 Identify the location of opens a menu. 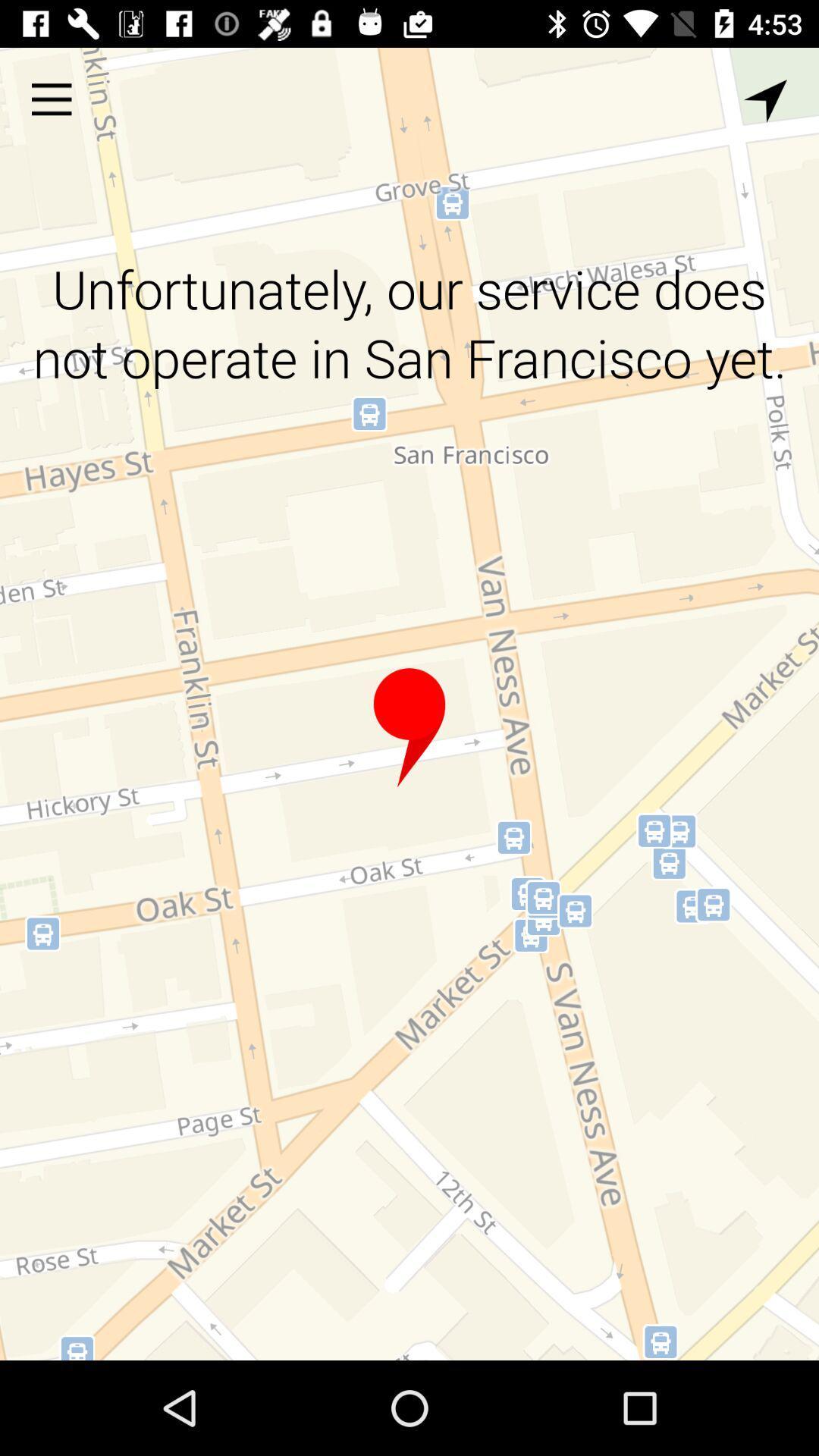
(51, 99).